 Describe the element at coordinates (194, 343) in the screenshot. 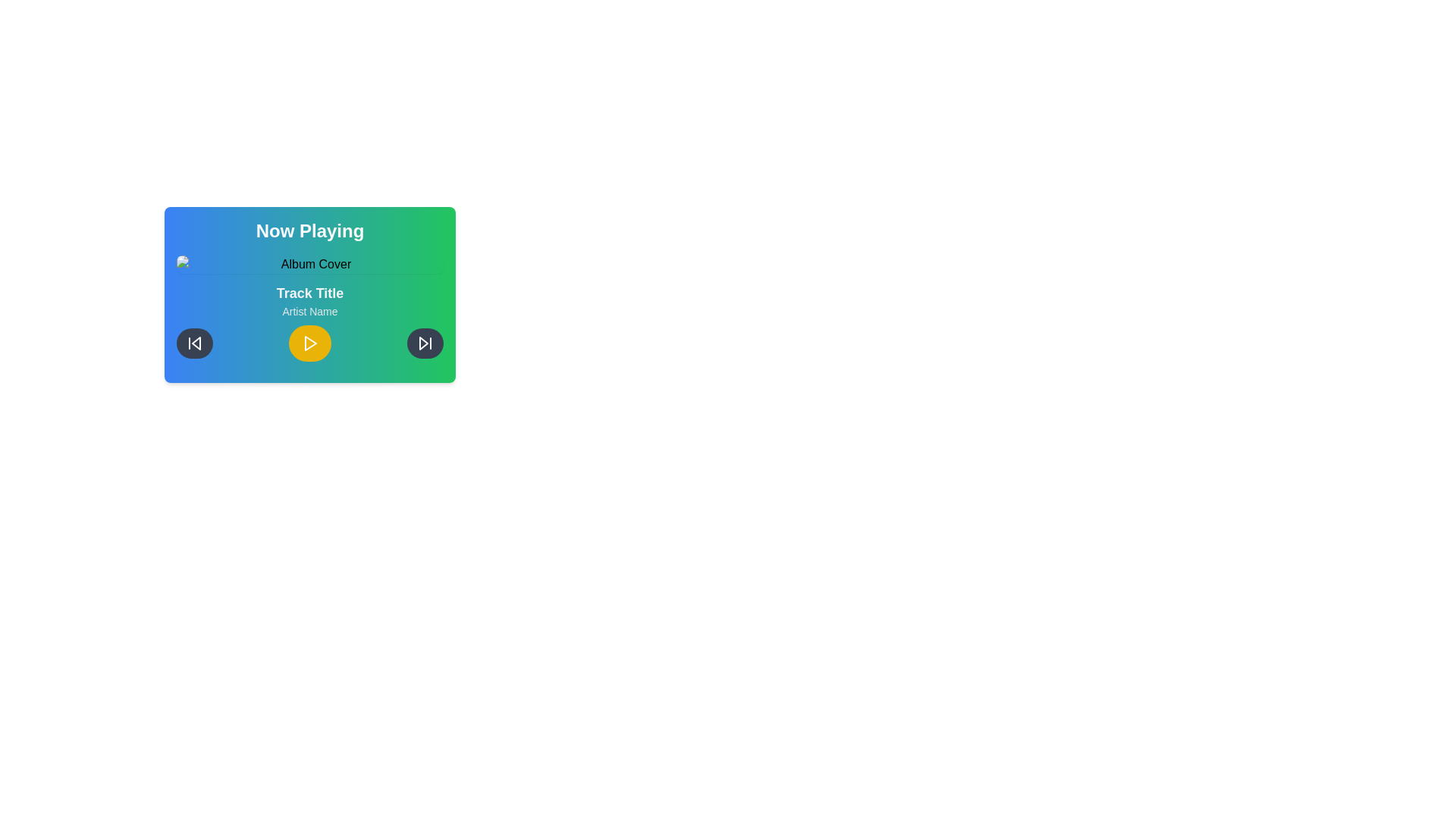

I see `the backward navigation button` at that location.